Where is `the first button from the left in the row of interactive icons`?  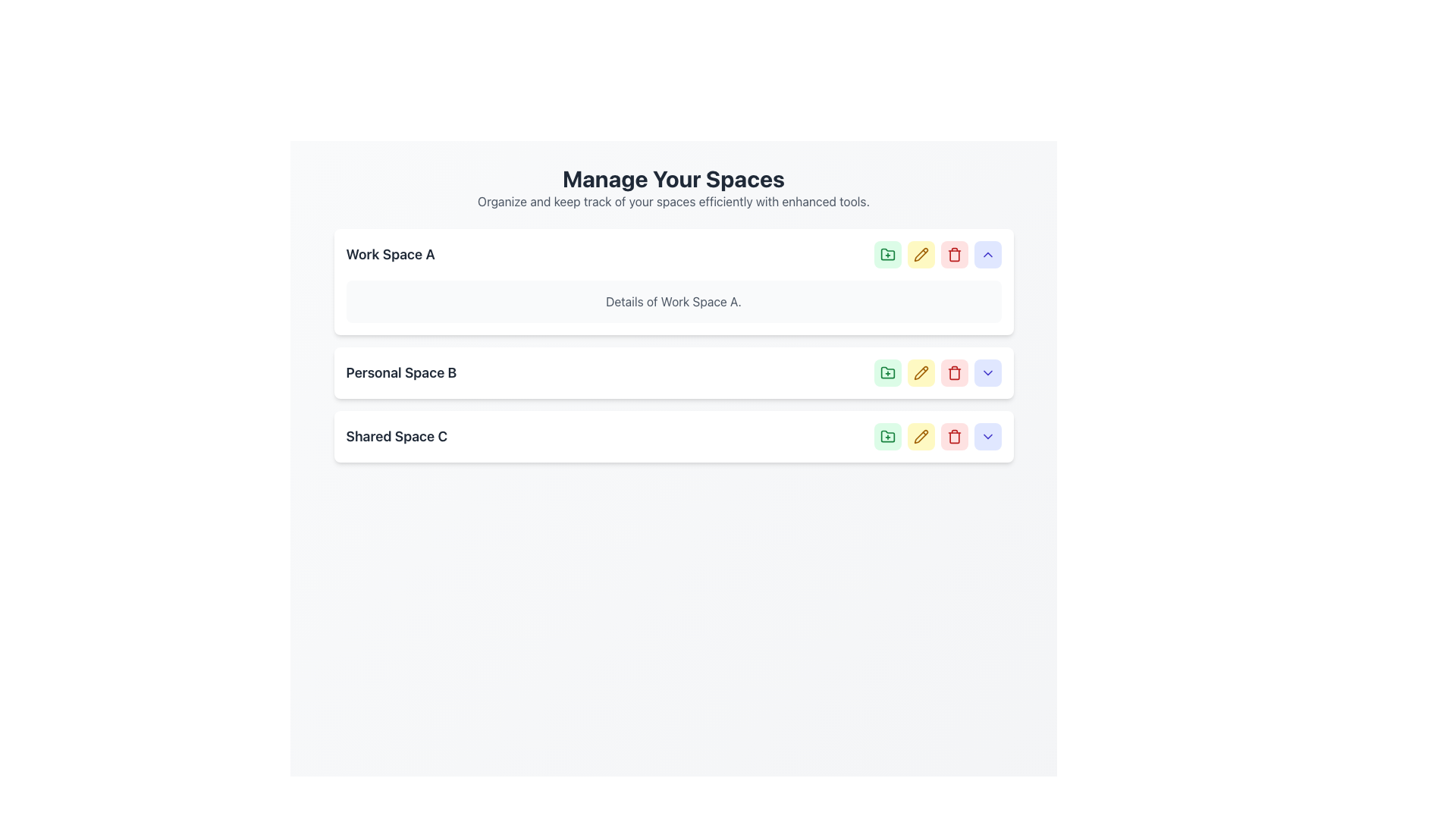
the first button from the left in the row of interactive icons is located at coordinates (887, 253).